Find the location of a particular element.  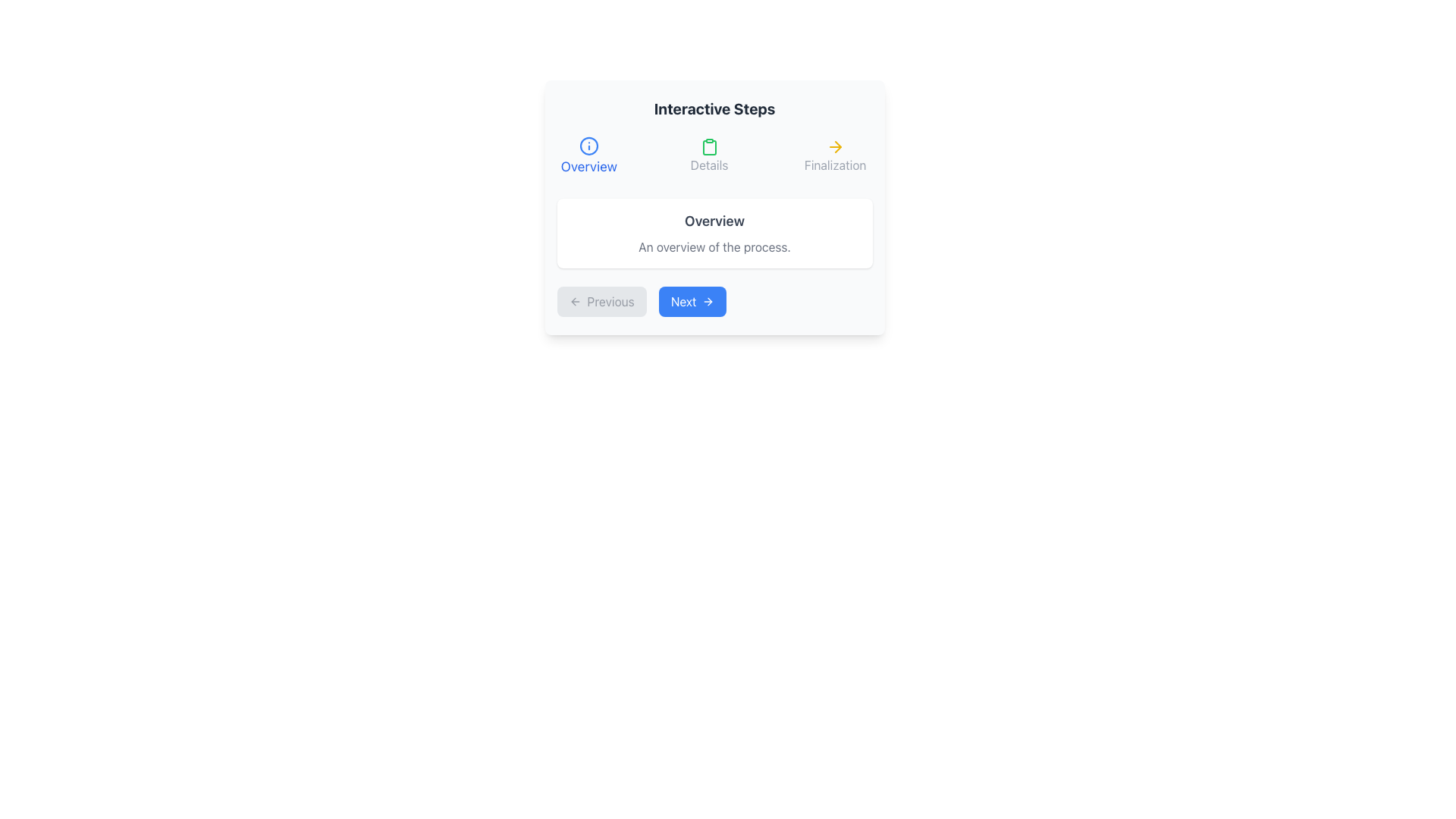

the Text Label that provides context for the clipboard icon above it, located at the center of the UI between 'Overview' and 'Finalization' is located at coordinates (708, 165).